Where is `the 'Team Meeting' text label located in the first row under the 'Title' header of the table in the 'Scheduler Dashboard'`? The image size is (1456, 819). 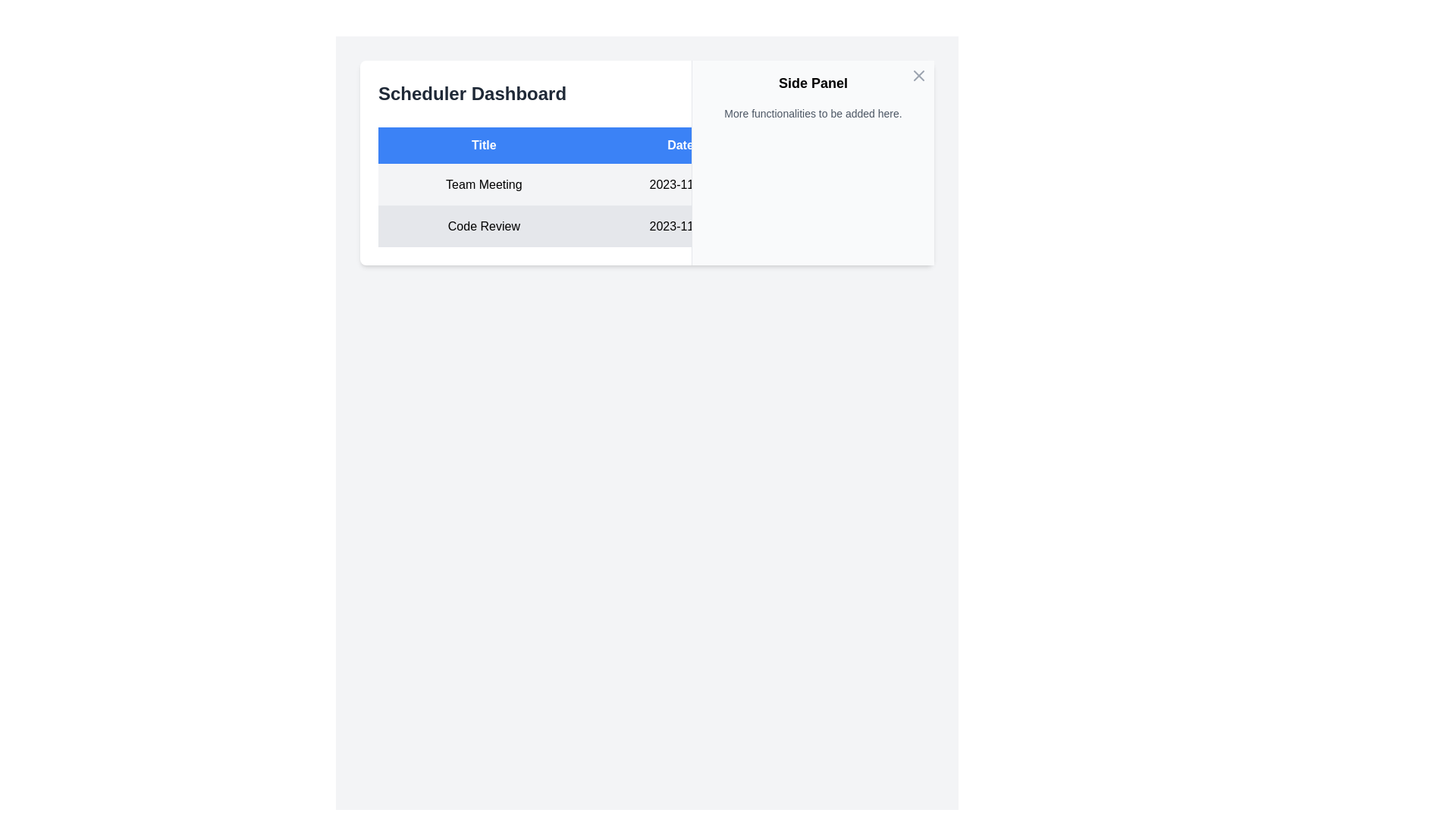 the 'Team Meeting' text label located in the first row under the 'Title' header of the table in the 'Scheduler Dashboard' is located at coordinates (483, 184).